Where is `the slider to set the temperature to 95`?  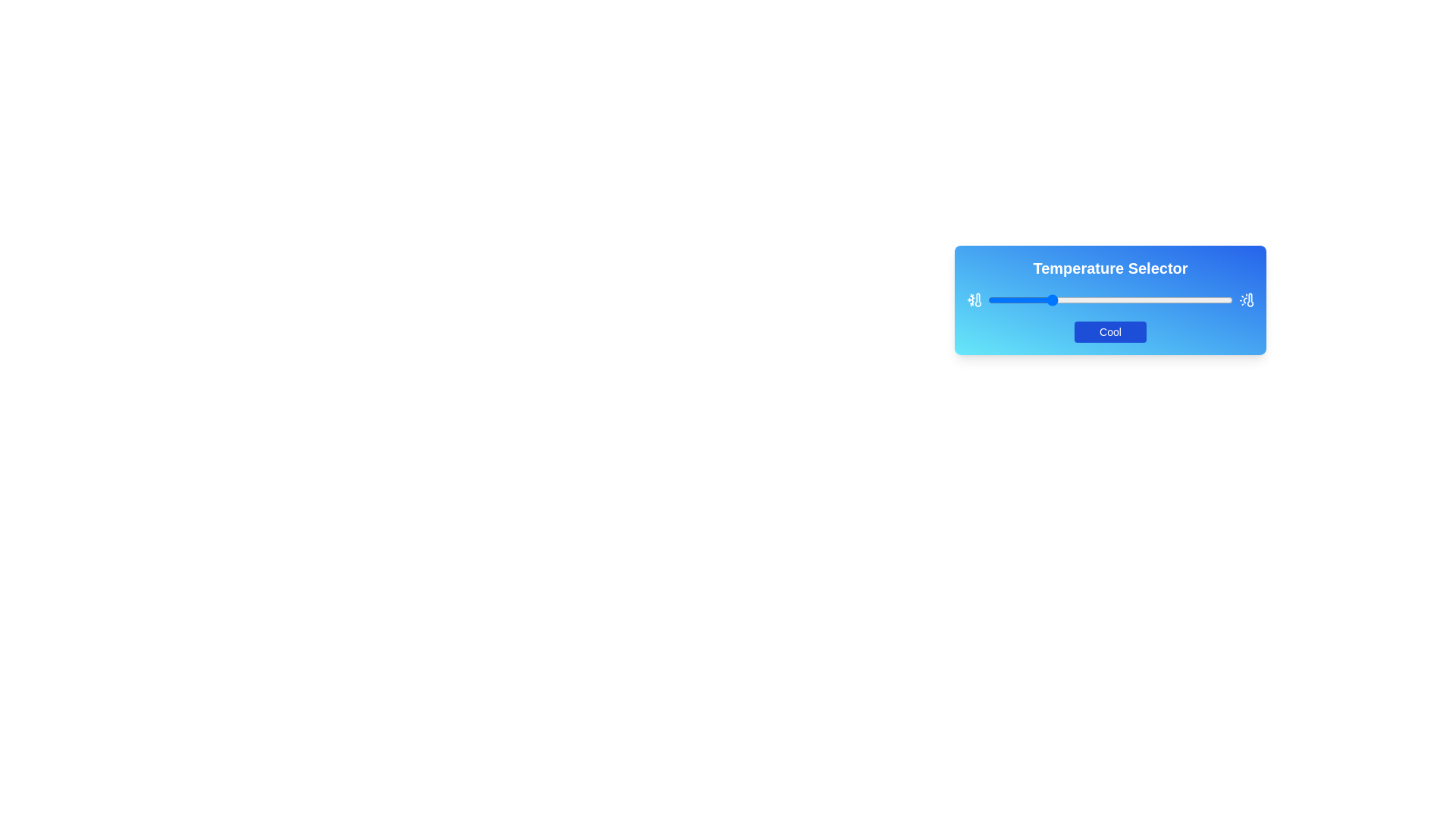
the slider to set the temperature to 95 is located at coordinates (1220, 300).